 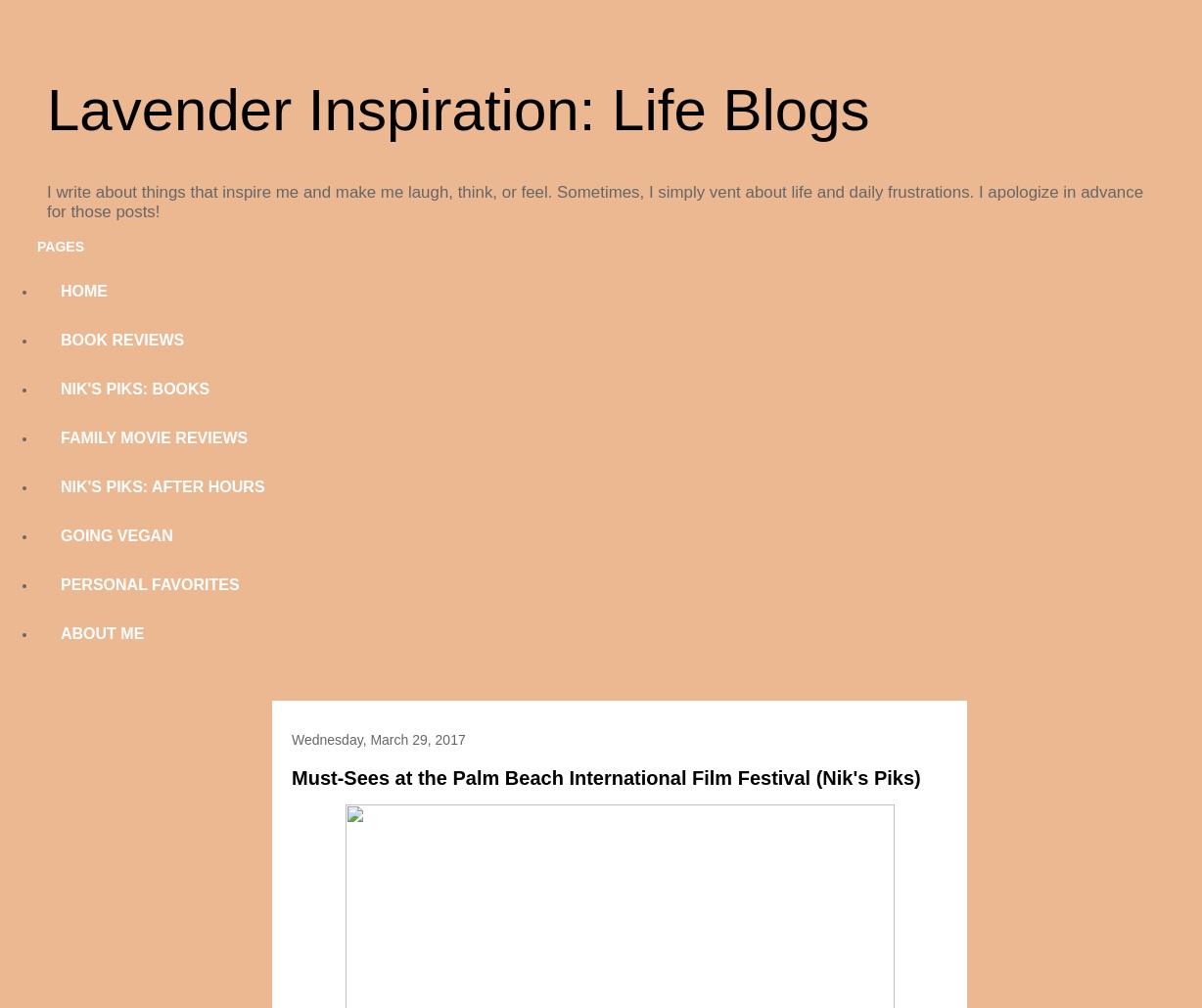 I want to click on 'HOME', so click(x=61, y=290).